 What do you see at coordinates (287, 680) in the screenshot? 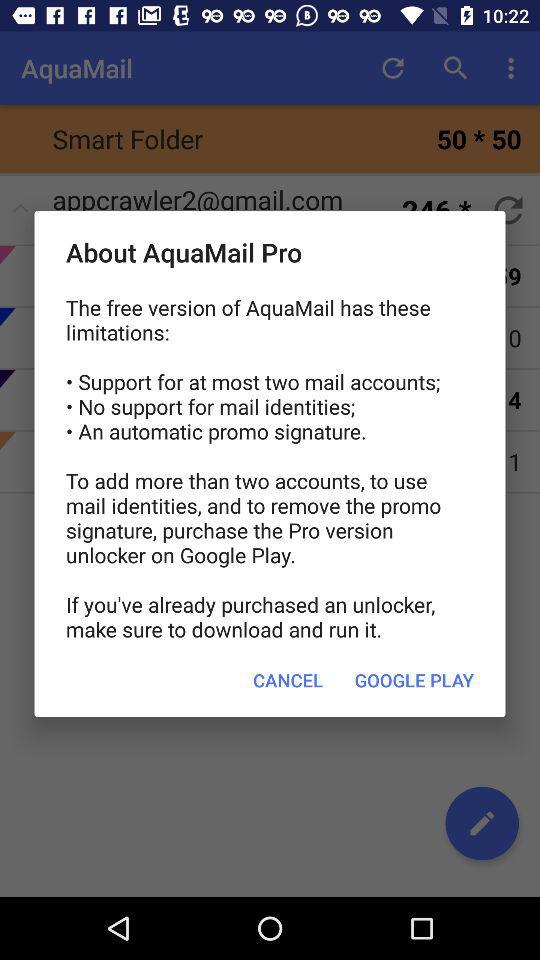
I see `the button at the bottom` at bounding box center [287, 680].